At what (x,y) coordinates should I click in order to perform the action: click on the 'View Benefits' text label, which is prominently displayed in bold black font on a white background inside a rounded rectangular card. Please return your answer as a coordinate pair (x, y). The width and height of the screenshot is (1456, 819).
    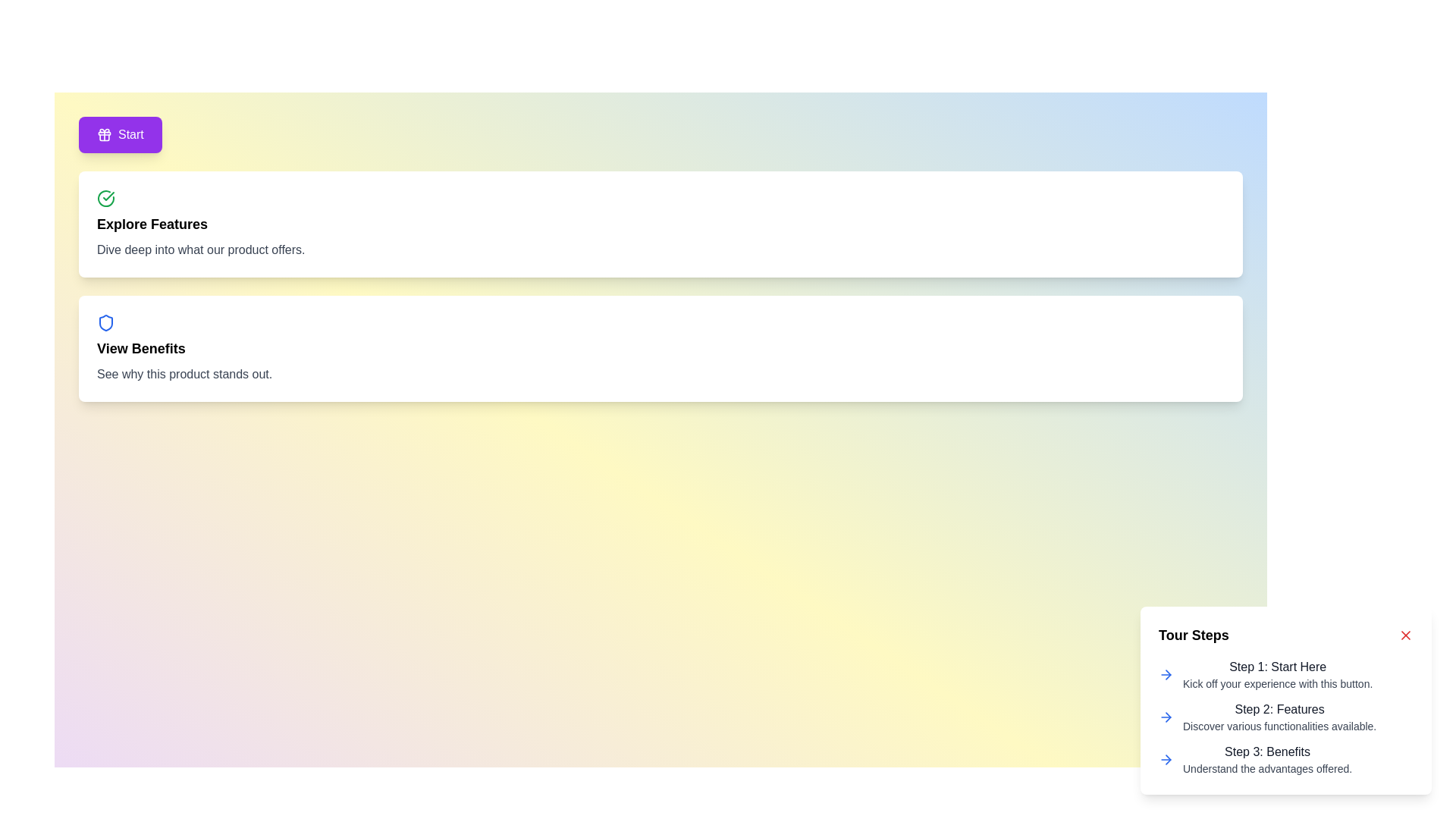
    Looking at the image, I should click on (141, 348).